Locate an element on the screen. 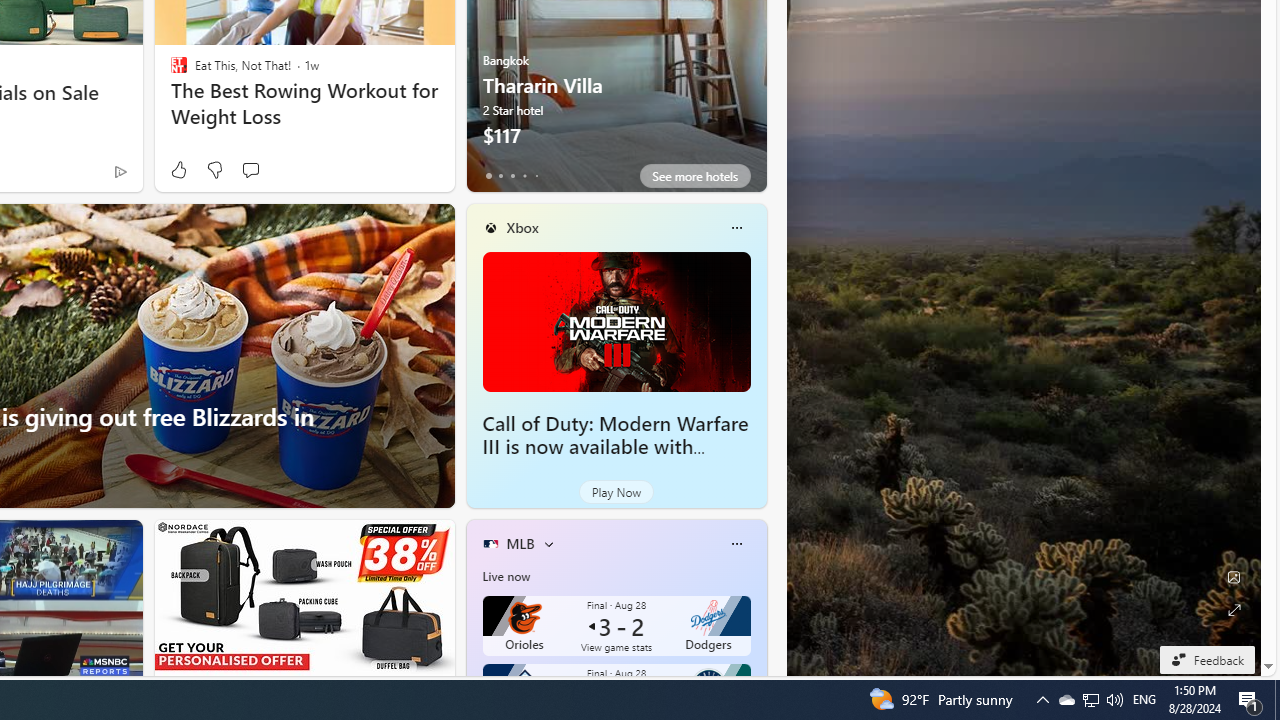 Image resolution: width=1280 pixels, height=720 pixels. 'More options' is located at coordinates (735, 543).